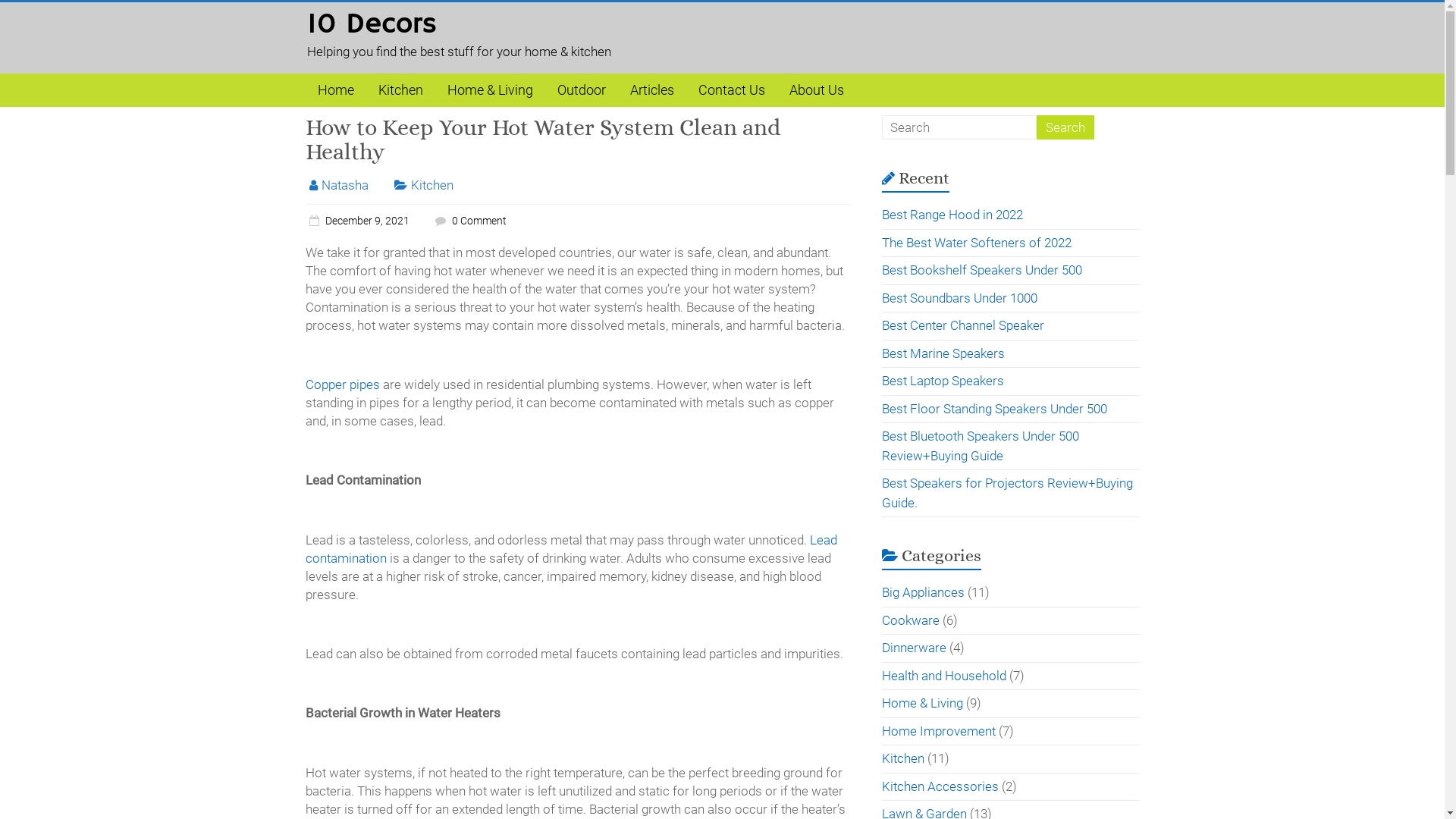 The height and width of the screenshot is (819, 1456). Describe the element at coordinates (910, 620) in the screenshot. I see `'Cookware'` at that location.